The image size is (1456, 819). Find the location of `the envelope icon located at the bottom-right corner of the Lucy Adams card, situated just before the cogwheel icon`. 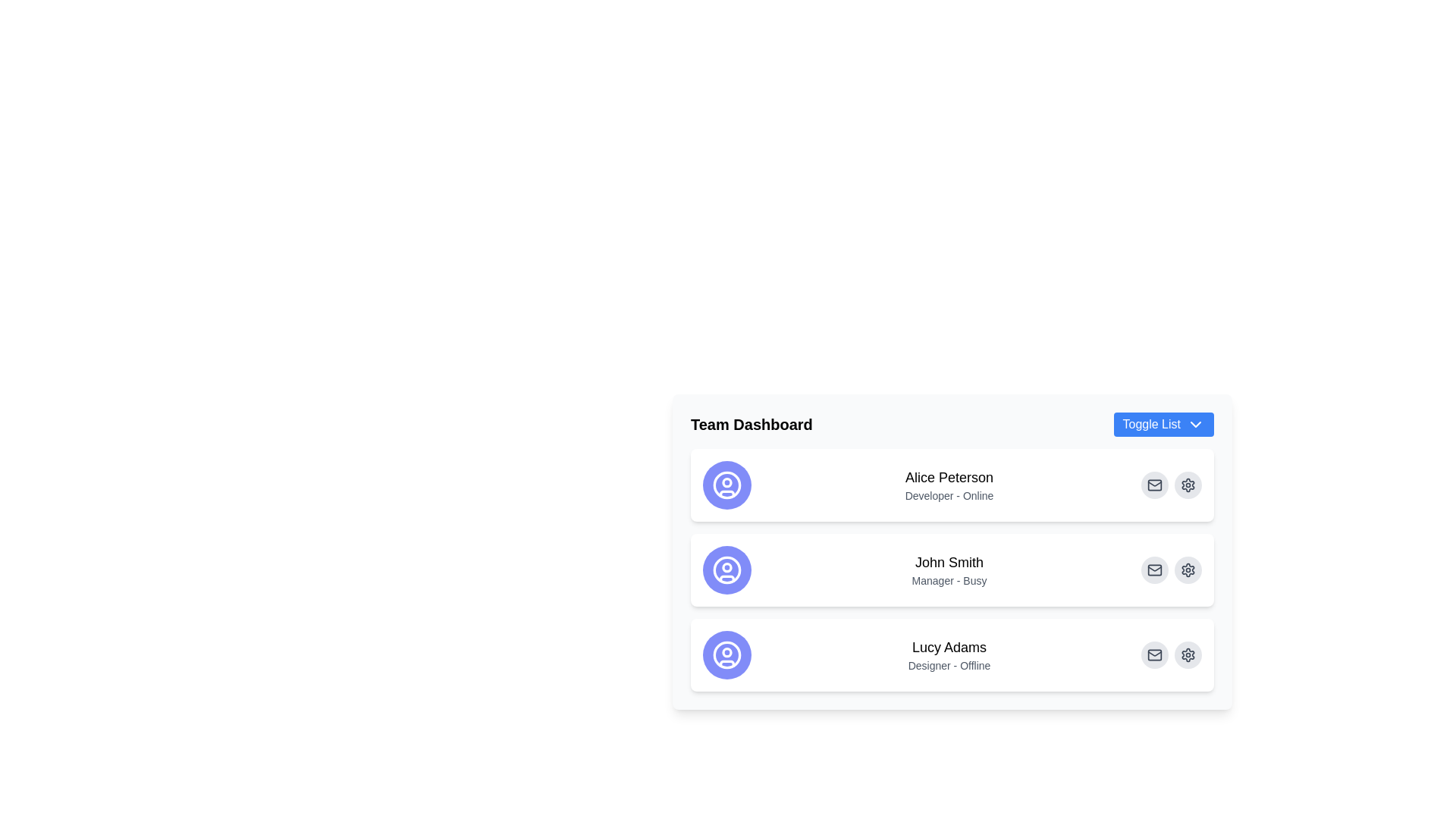

the envelope icon located at the bottom-right corner of the Lucy Adams card, situated just before the cogwheel icon is located at coordinates (1153, 654).